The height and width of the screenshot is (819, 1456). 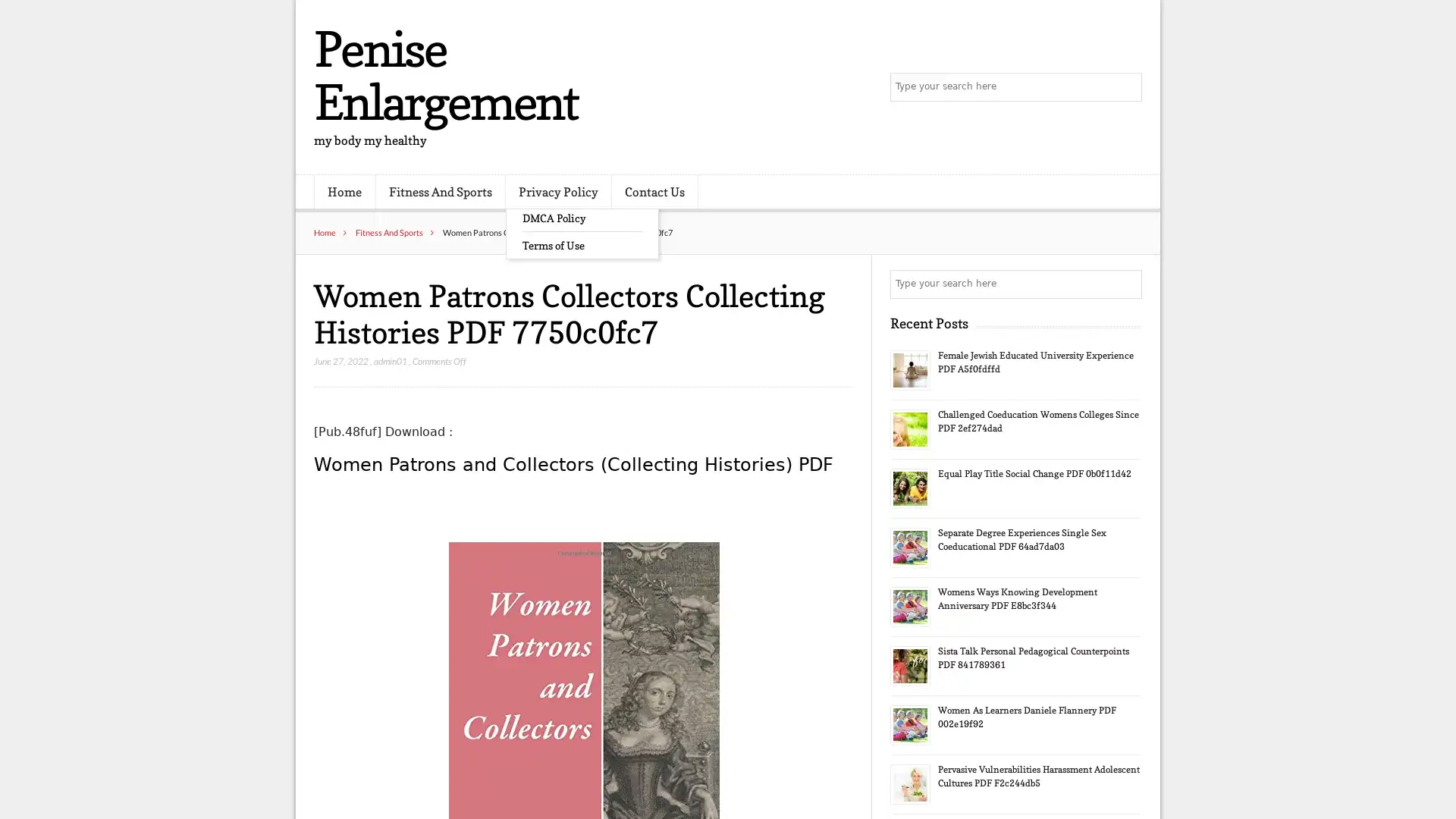 What do you see at coordinates (1126, 284) in the screenshot?
I see `Search` at bounding box center [1126, 284].